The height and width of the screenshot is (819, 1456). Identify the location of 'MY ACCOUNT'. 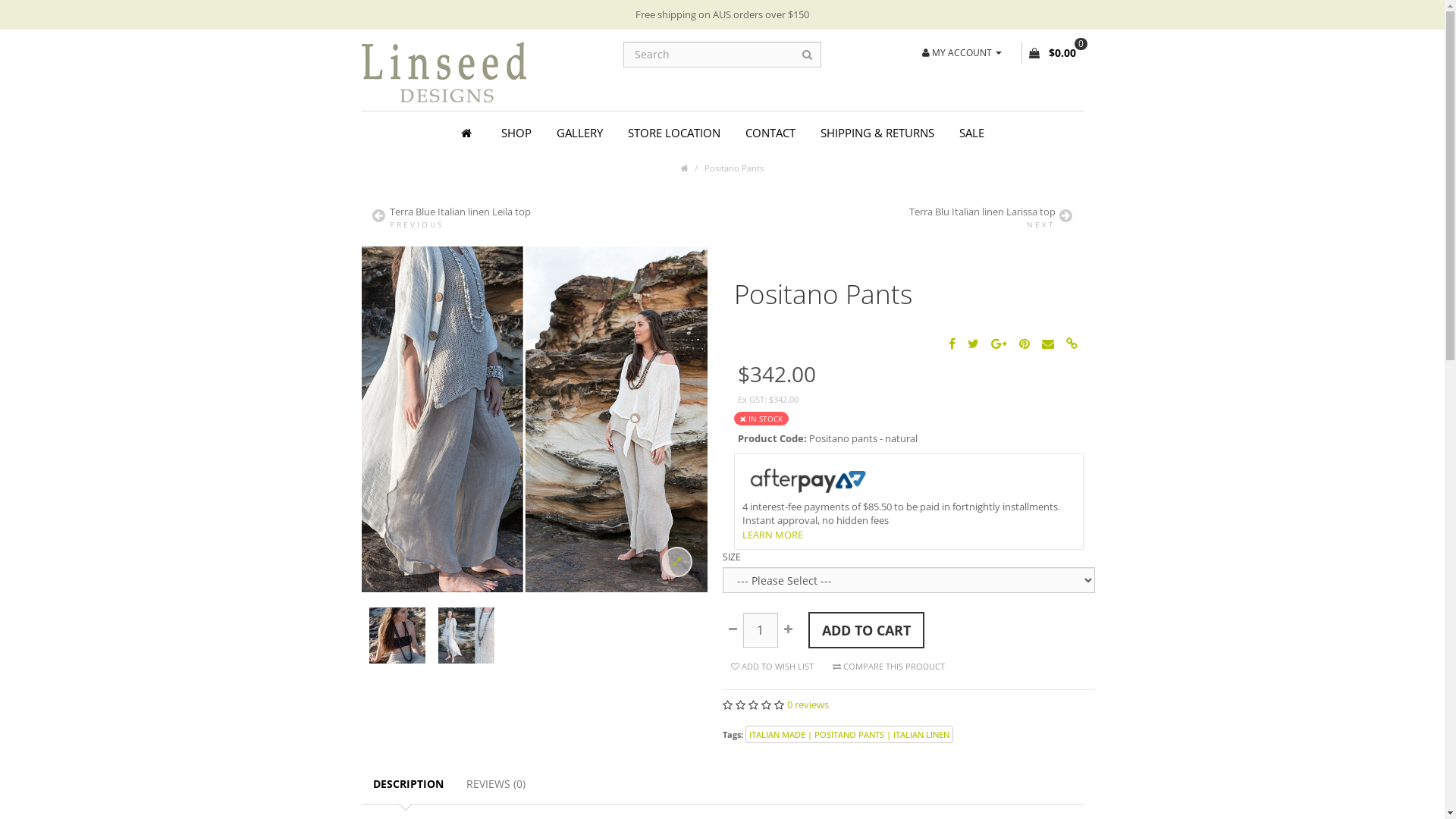
(961, 52).